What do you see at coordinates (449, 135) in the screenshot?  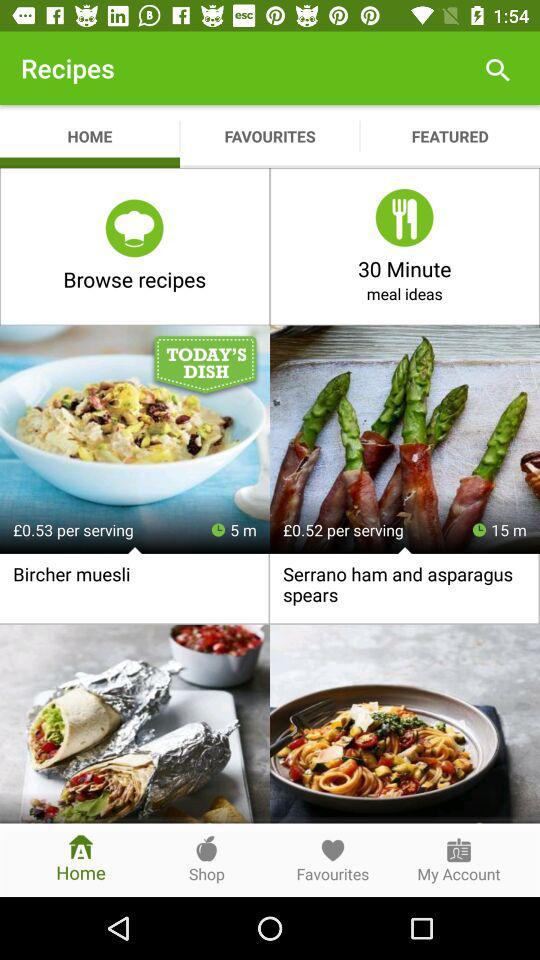 I see `featured item` at bounding box center [449, 135].